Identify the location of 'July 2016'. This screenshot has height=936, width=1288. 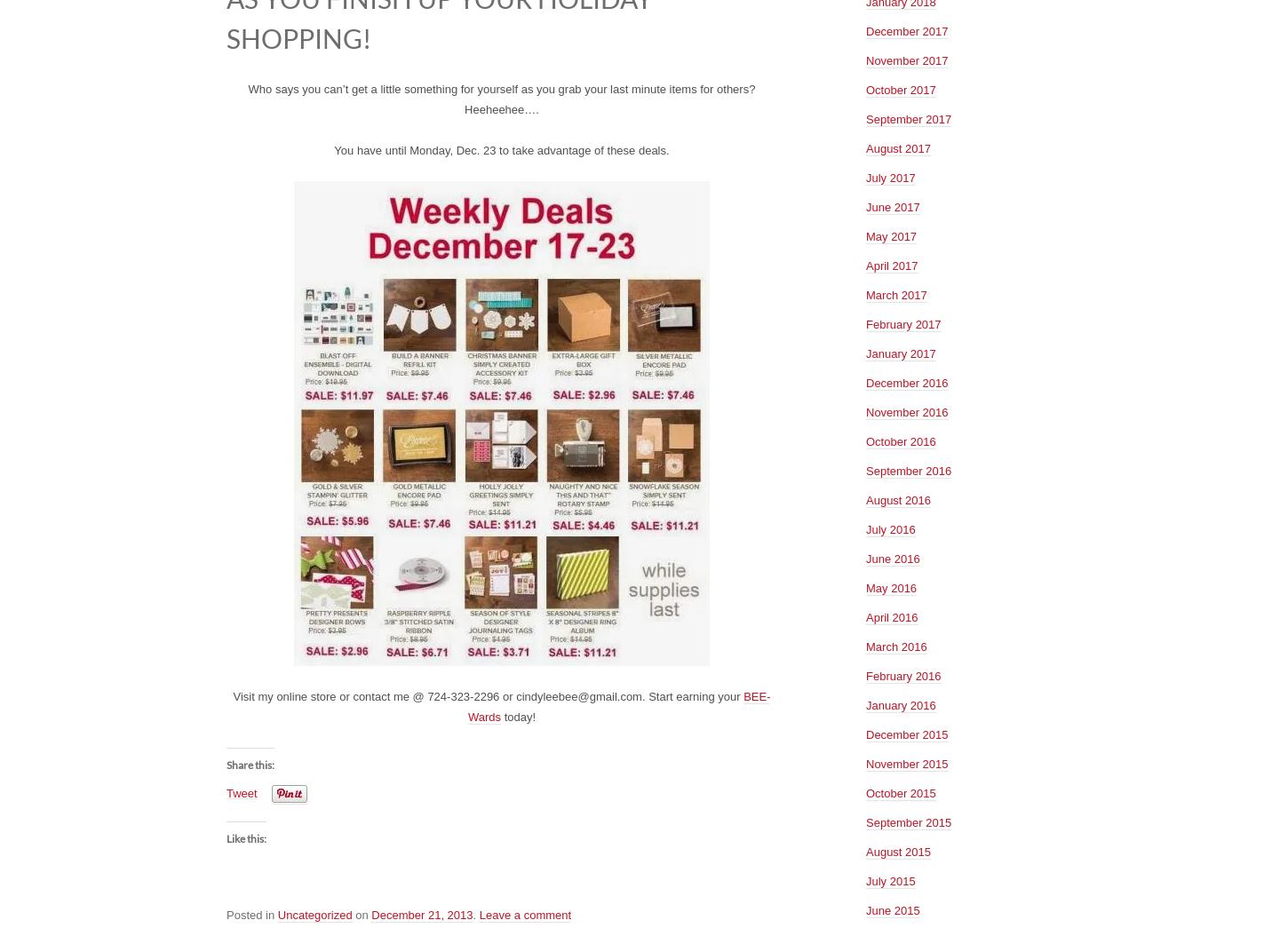
(890, 527).